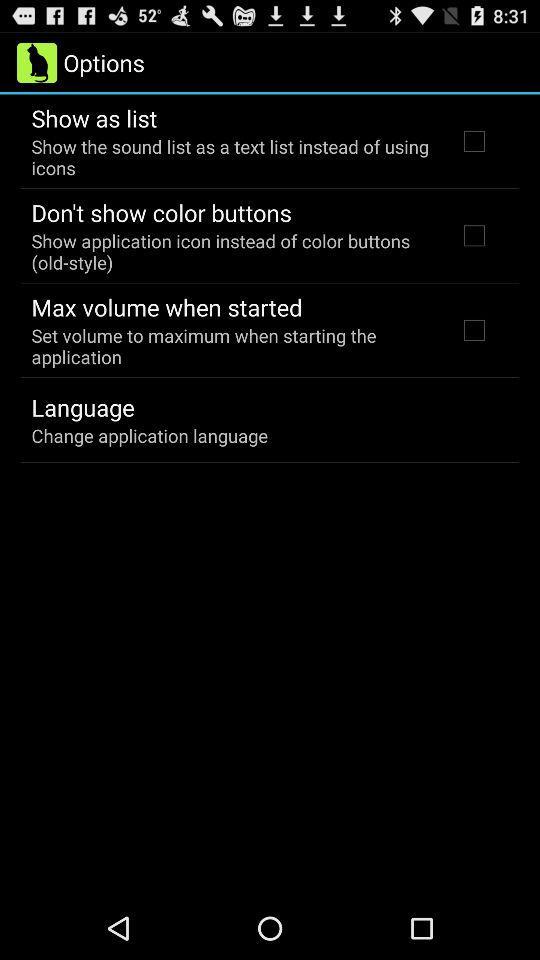  What do you see at coordinates (230, 346) in the screenshot?
I see `the set volume to app` at bounding box center [230, 346].